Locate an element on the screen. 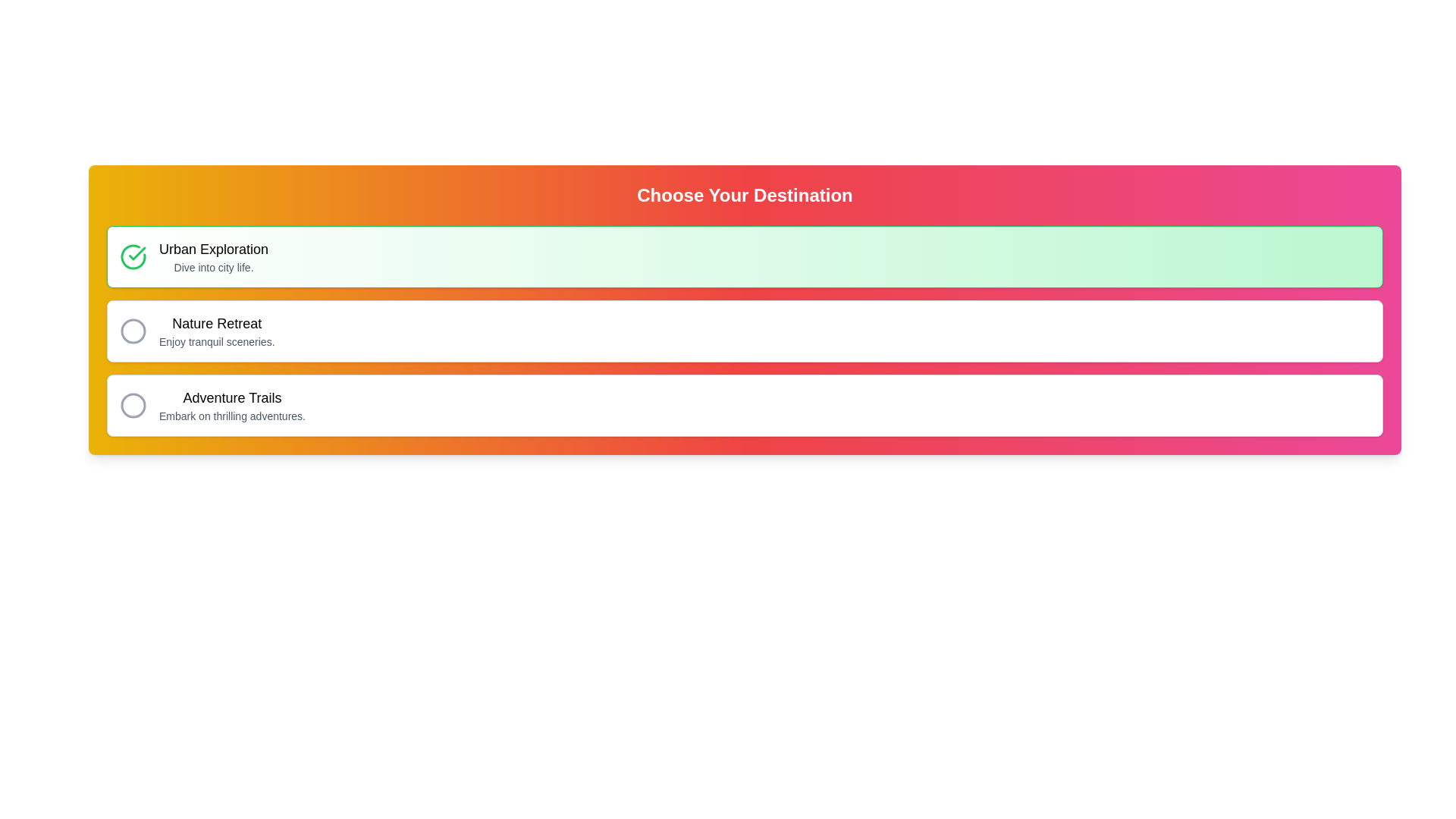 Image resolution: width=1456 pixels, height=819 pixels. the Indicator Icon that visually indicates the selection of the 'Urban Exploration' option, which is located at the top-left corner of the first list item styled with a light green background is located at coordinates (133, 256).